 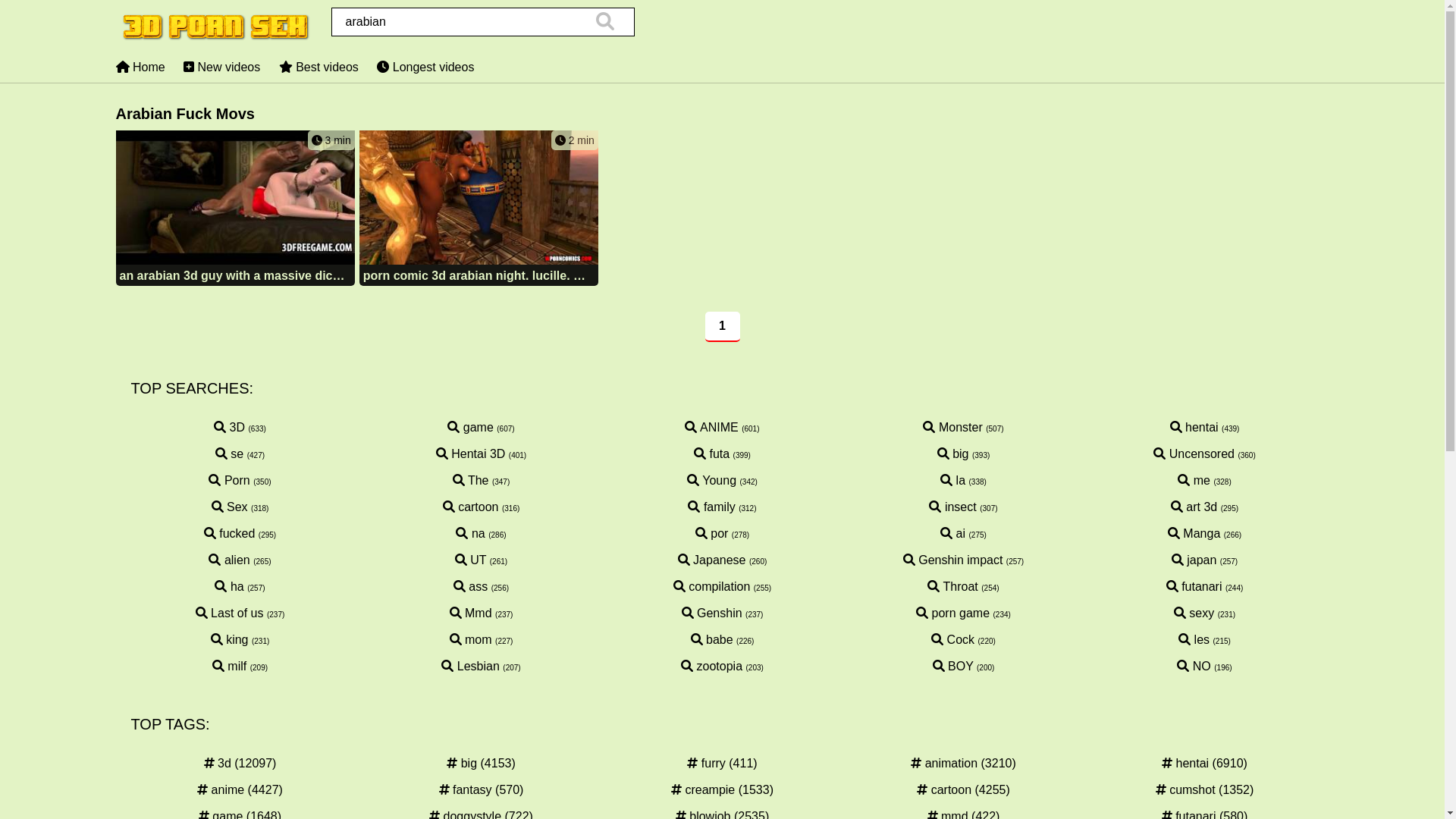 I want to click on 'Last of us', so click(x=228, y=612).